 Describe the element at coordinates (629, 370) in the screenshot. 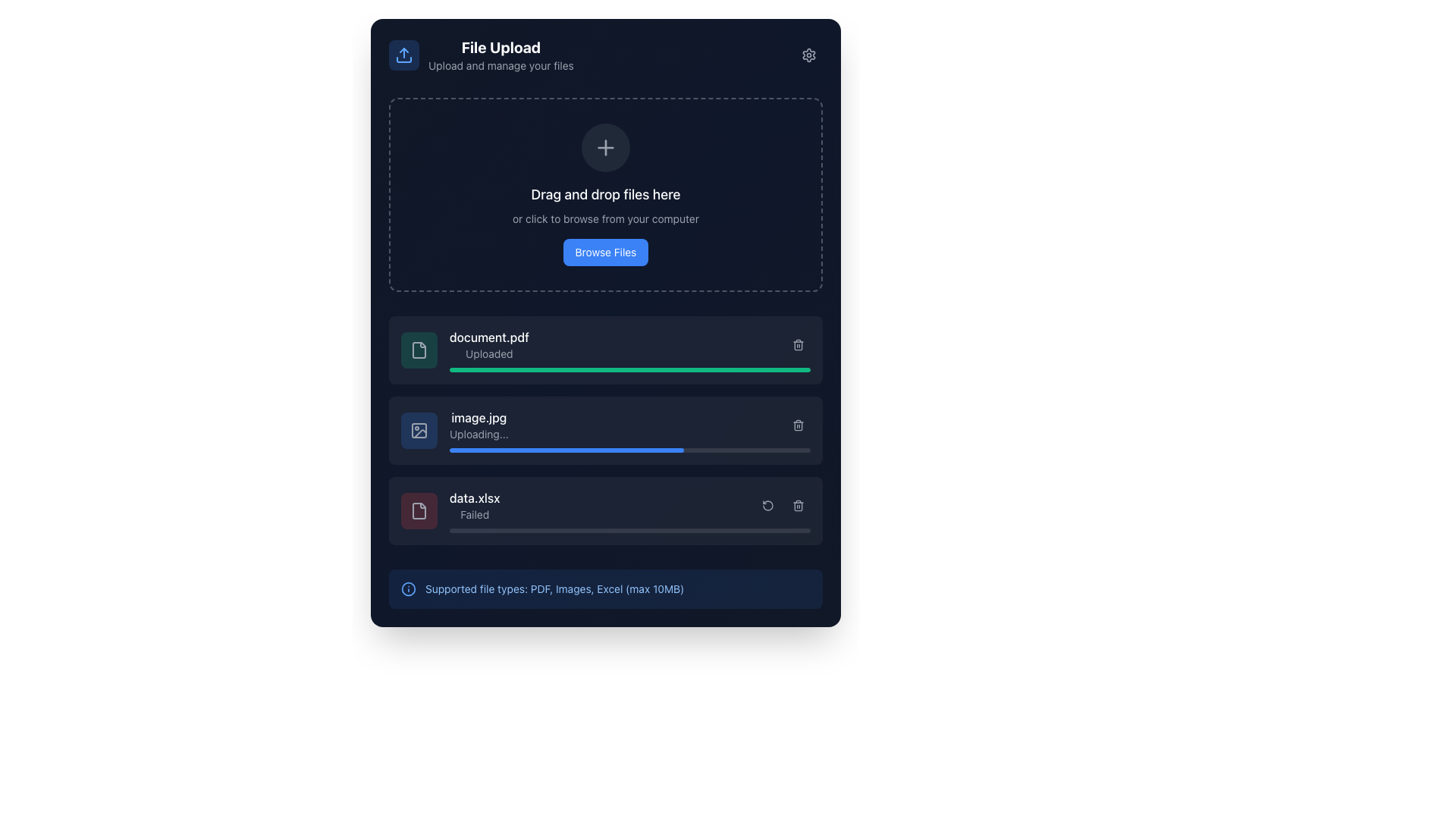

I see `the horizontal progress bar with rounded corners, which is filled to 100% and located below the filename 'document.pdf'` at that location.